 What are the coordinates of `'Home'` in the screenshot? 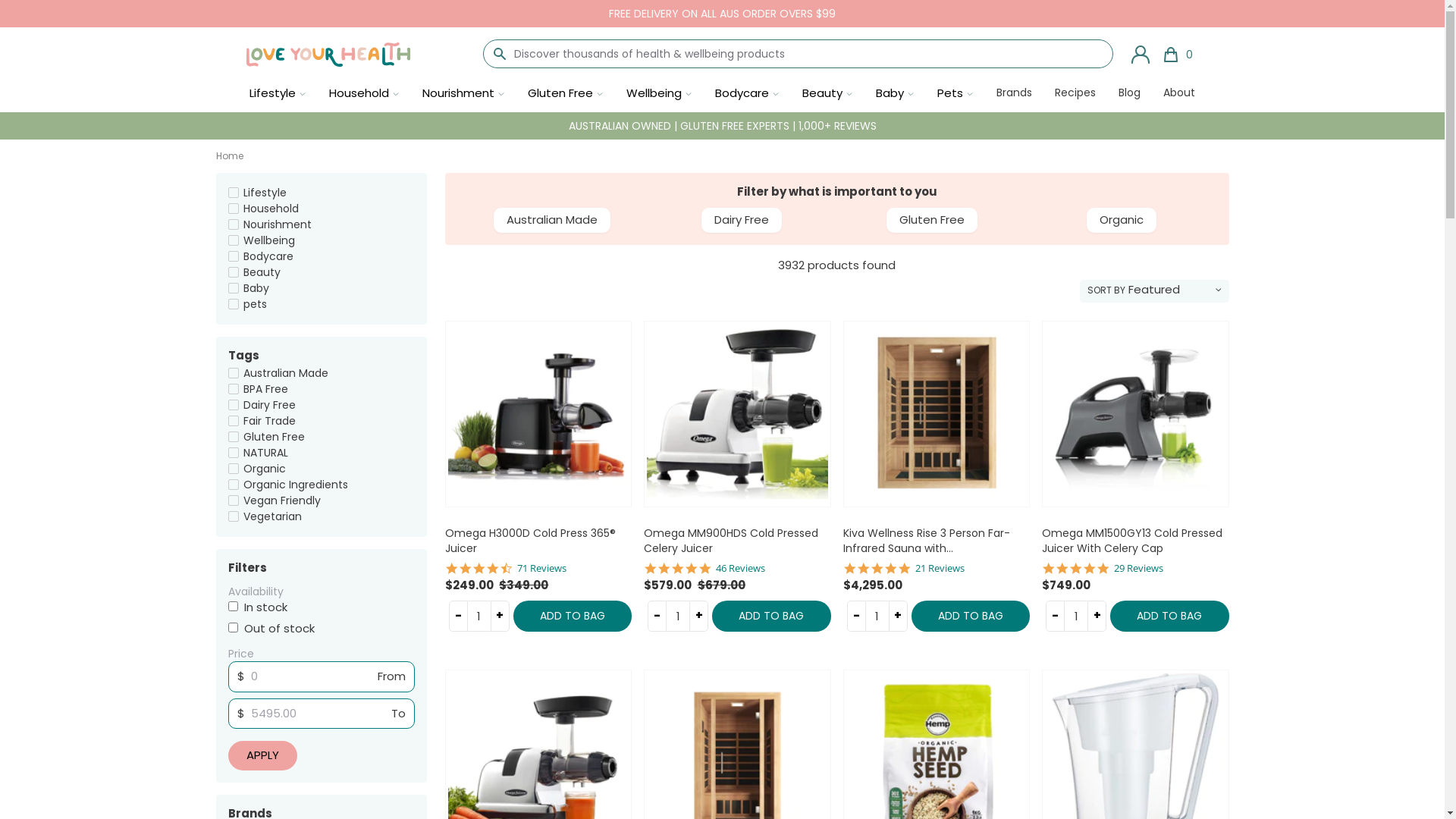 It's located at (228, 155).